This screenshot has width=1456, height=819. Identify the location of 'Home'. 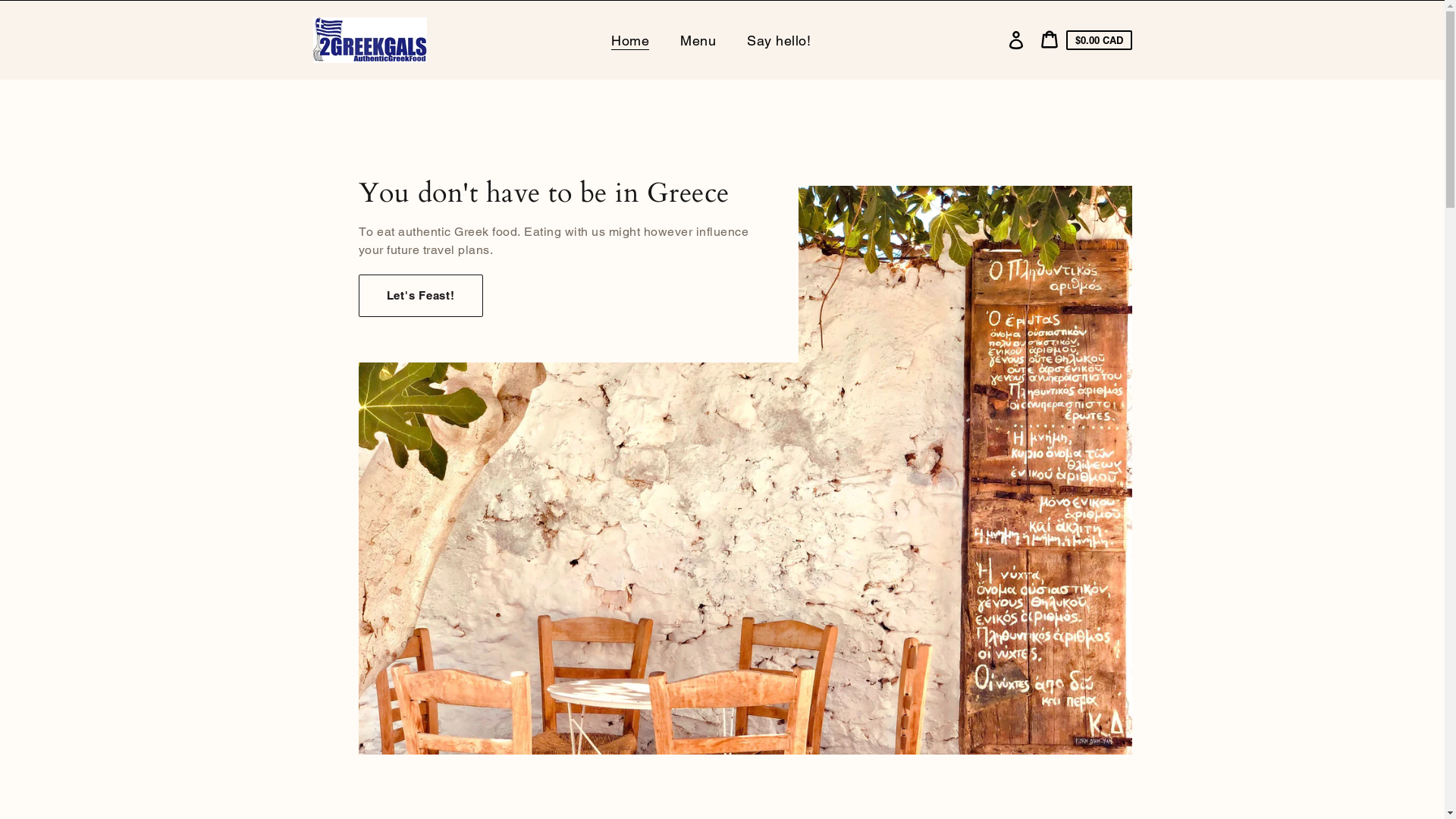
(632, 39).